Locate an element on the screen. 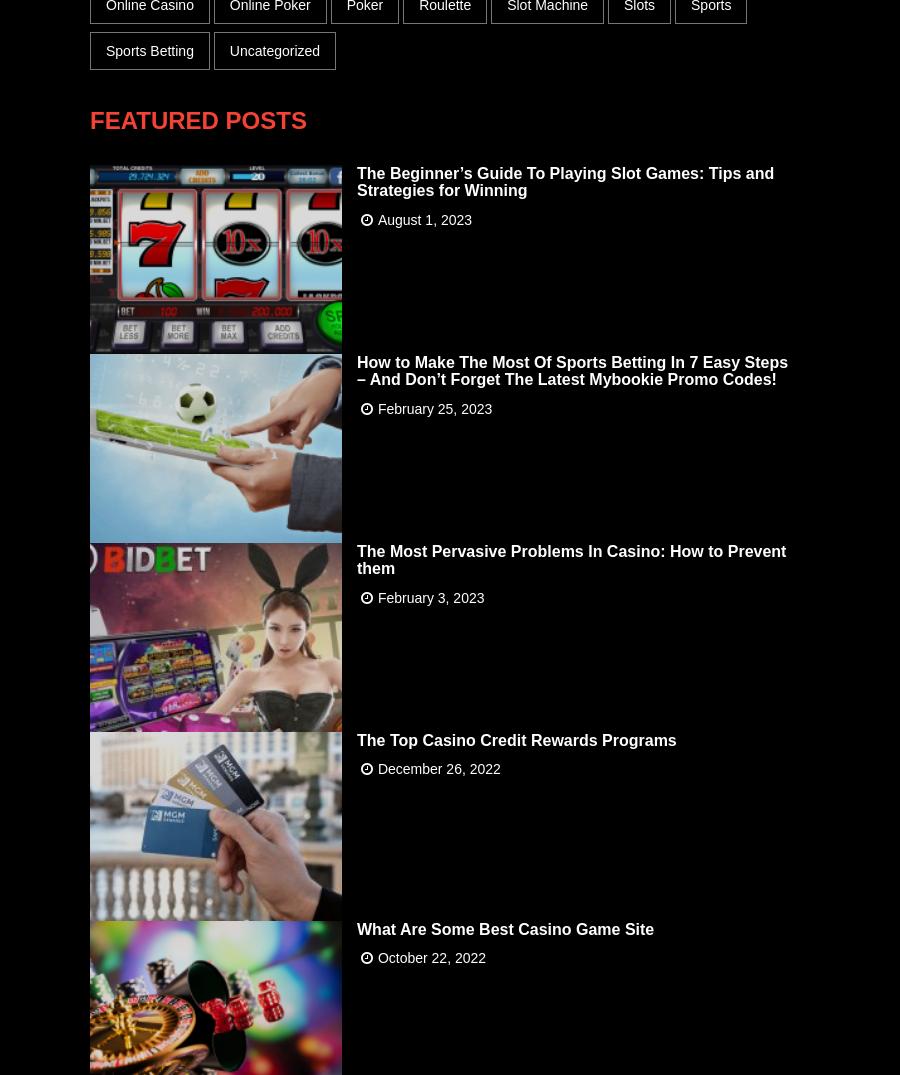 The image size is (900, 1075). 'What Are Some Best Casino Game Site' is located at coordinates (357, 926).